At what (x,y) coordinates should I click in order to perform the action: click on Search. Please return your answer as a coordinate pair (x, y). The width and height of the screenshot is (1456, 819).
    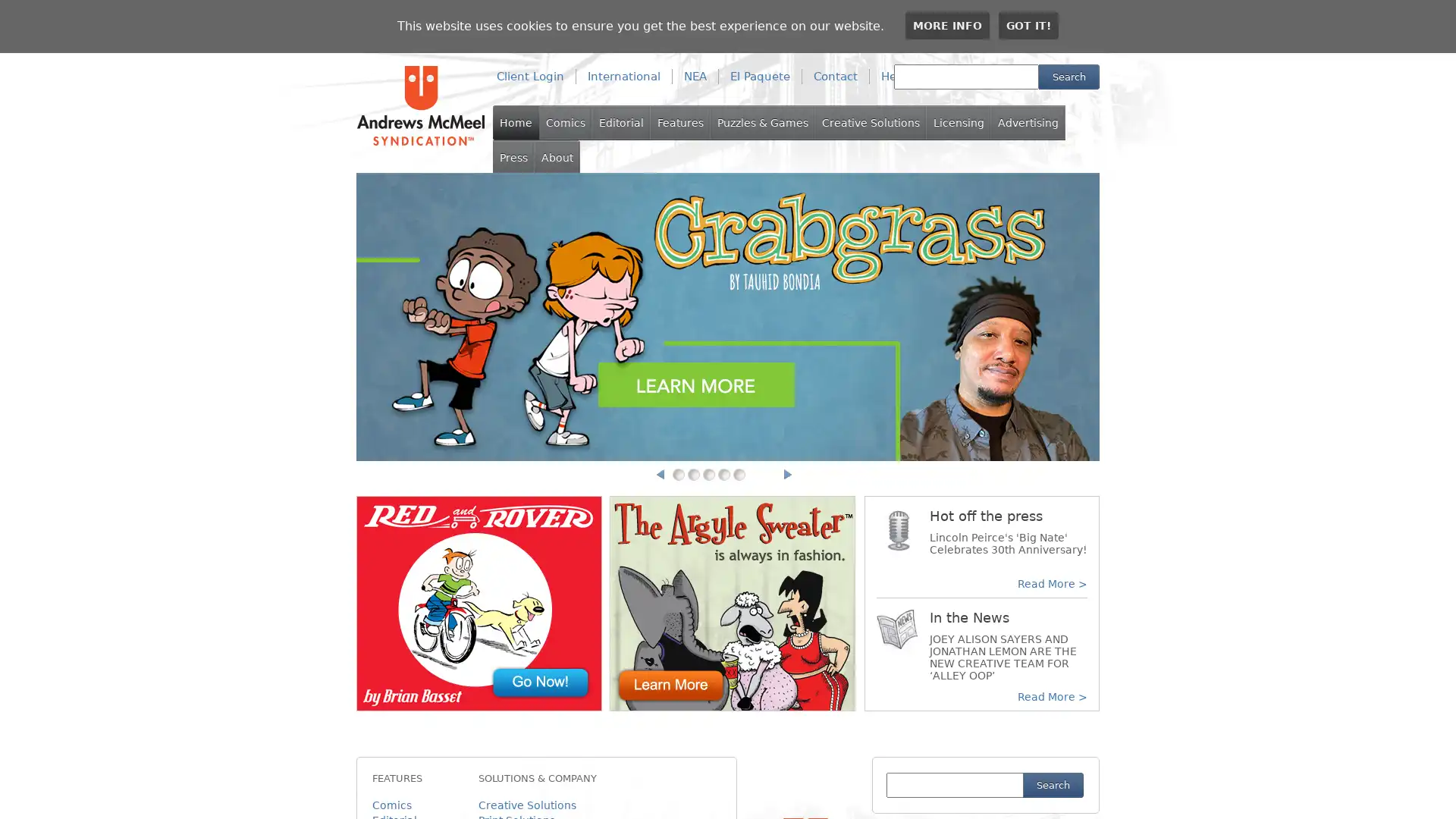
    Looking at the image, I should click on (1068, 77).